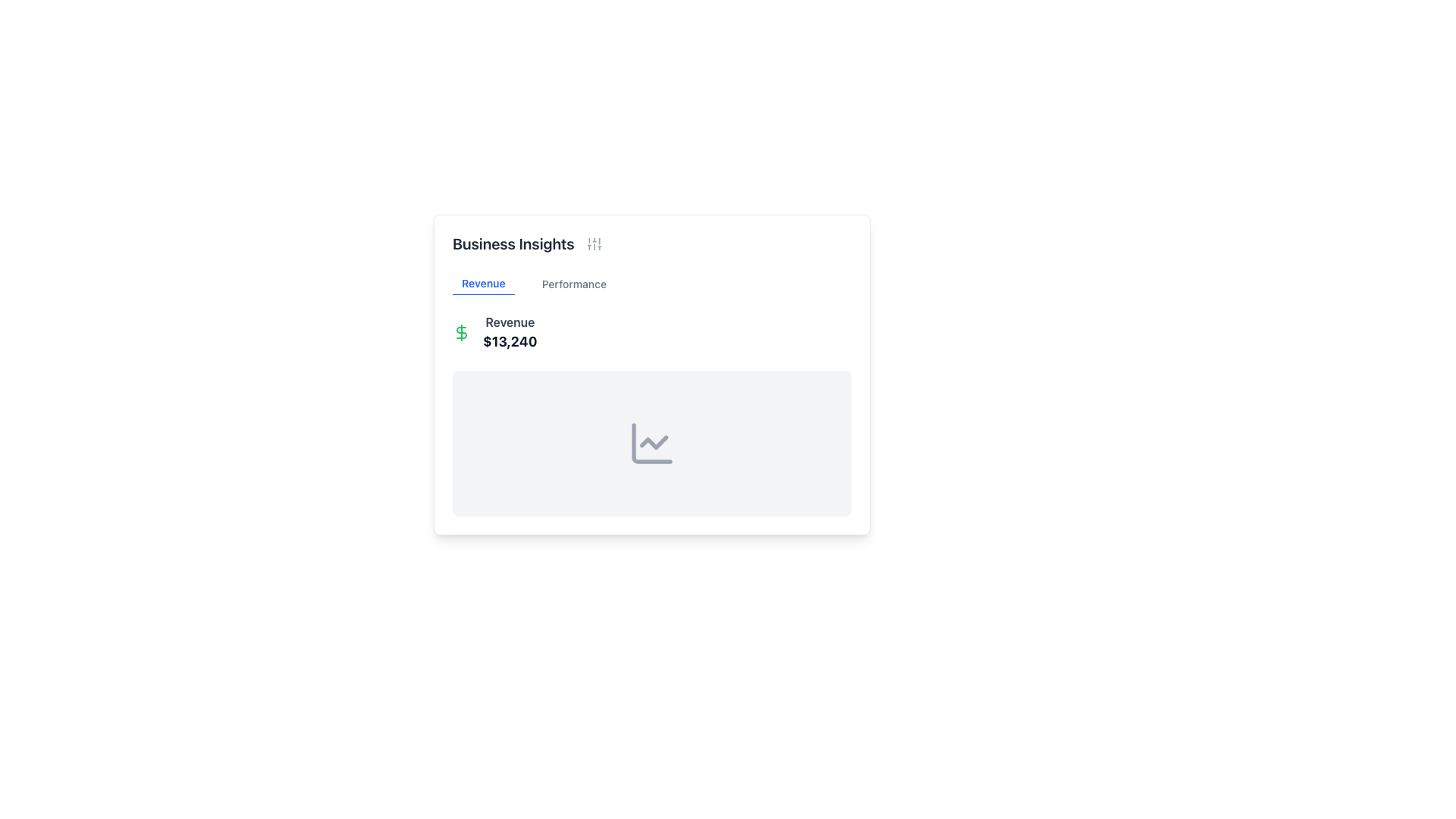  Describe the element at coordinates (461, 332) in the screenshot. I see `the financial indicator icon located at the top-left of the revenue display section, next to the 'Revenue' label and the amount '$13,240'` at that location.